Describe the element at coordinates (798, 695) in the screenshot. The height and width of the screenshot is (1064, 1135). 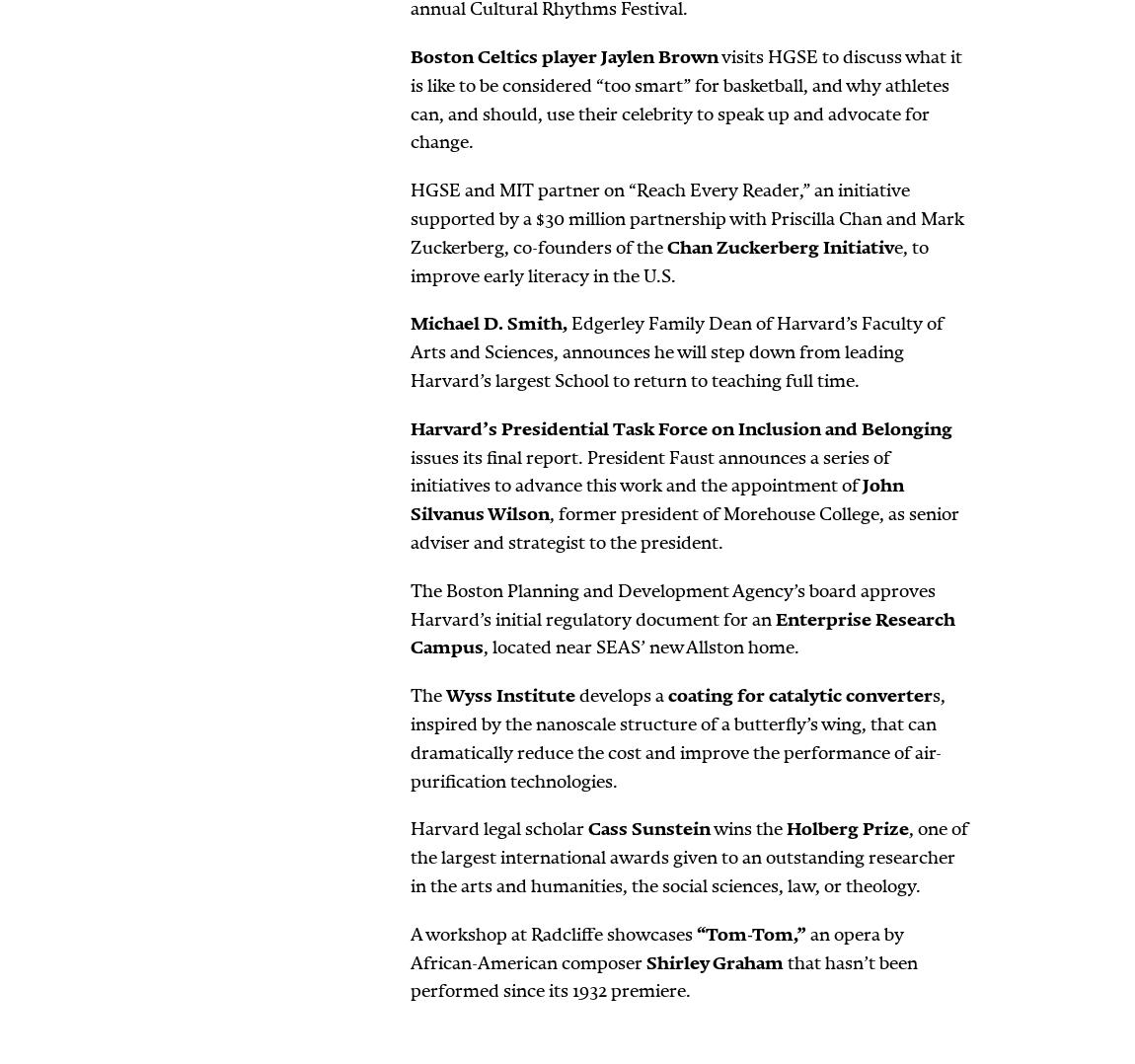
I see `'coating for catalytic converter'` at that location.